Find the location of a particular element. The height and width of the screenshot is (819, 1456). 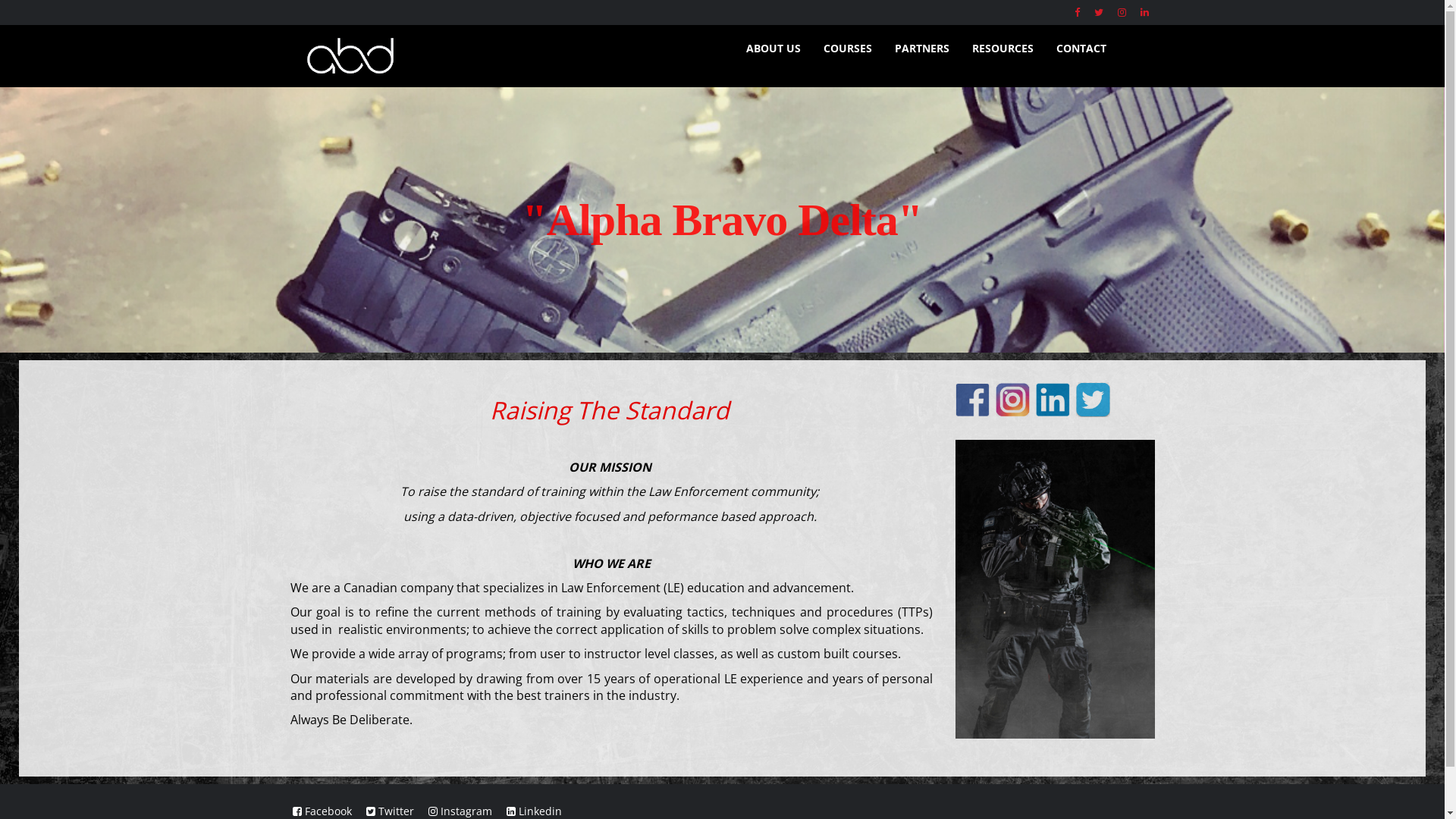

'Twitter' is located at coordinates (389, 810).